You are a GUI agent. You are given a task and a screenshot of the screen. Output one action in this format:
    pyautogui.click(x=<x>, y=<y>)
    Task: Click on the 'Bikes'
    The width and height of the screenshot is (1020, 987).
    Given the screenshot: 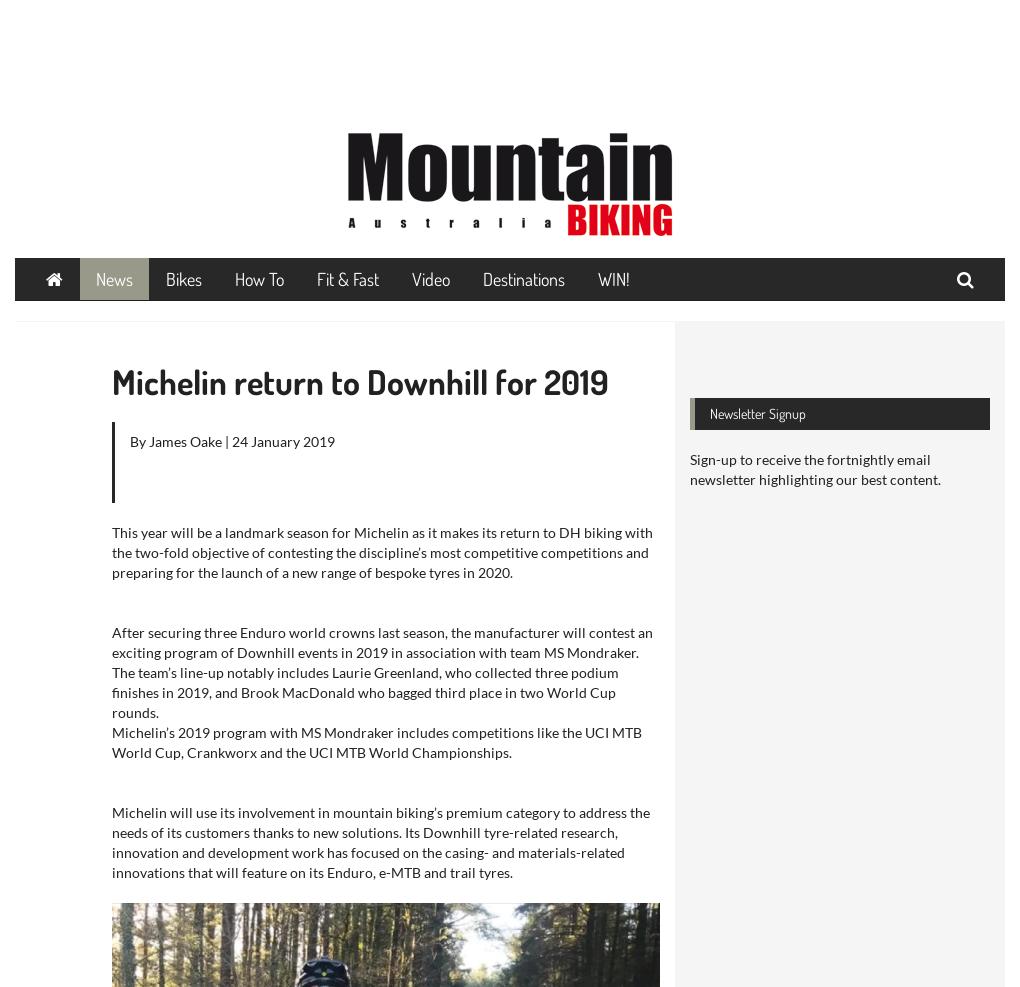 What is the action you would take?
    pyautogui.click(x=183, y=279)
    